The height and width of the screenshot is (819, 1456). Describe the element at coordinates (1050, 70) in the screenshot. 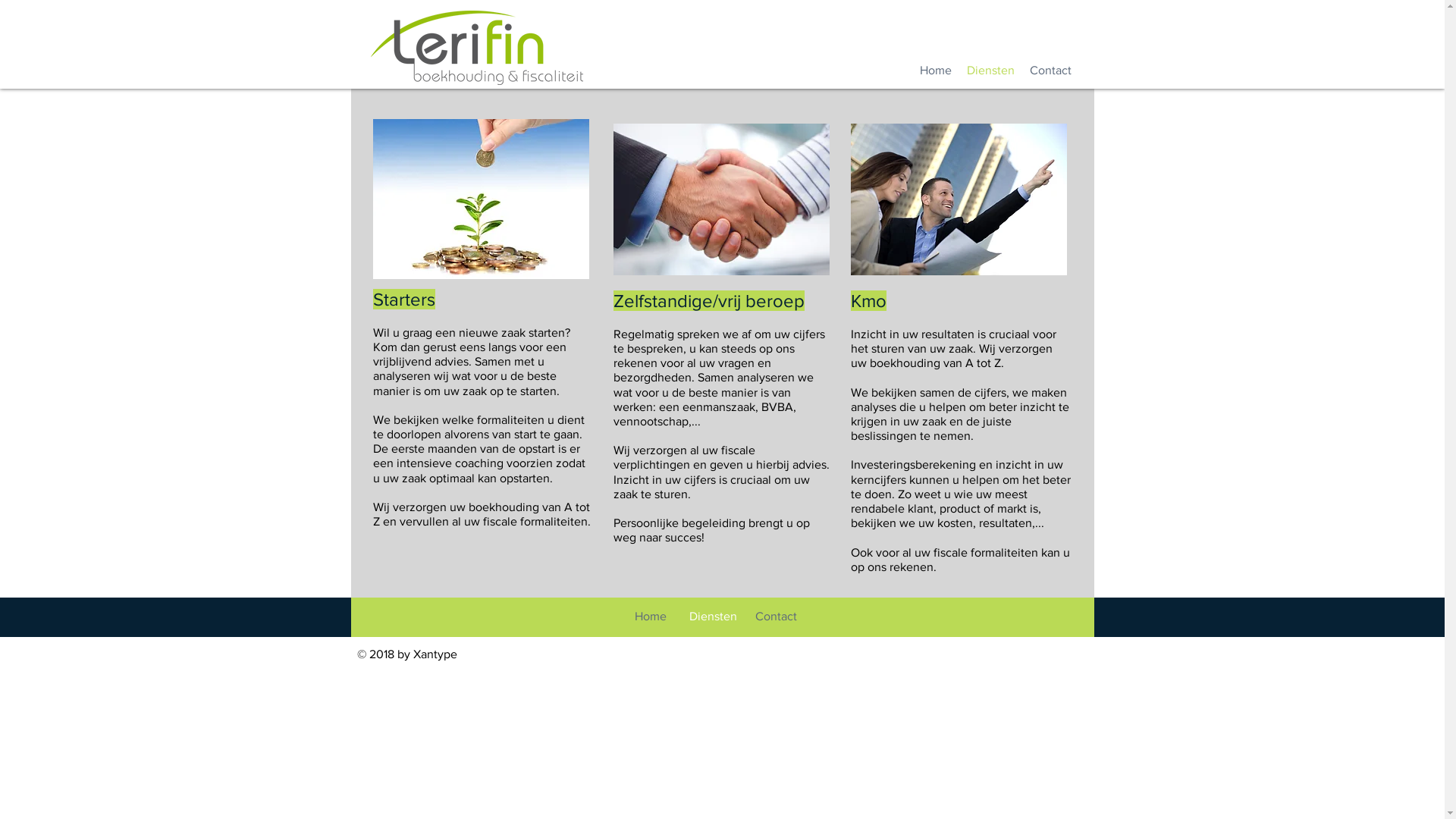

I see `'Contact'` at that location.